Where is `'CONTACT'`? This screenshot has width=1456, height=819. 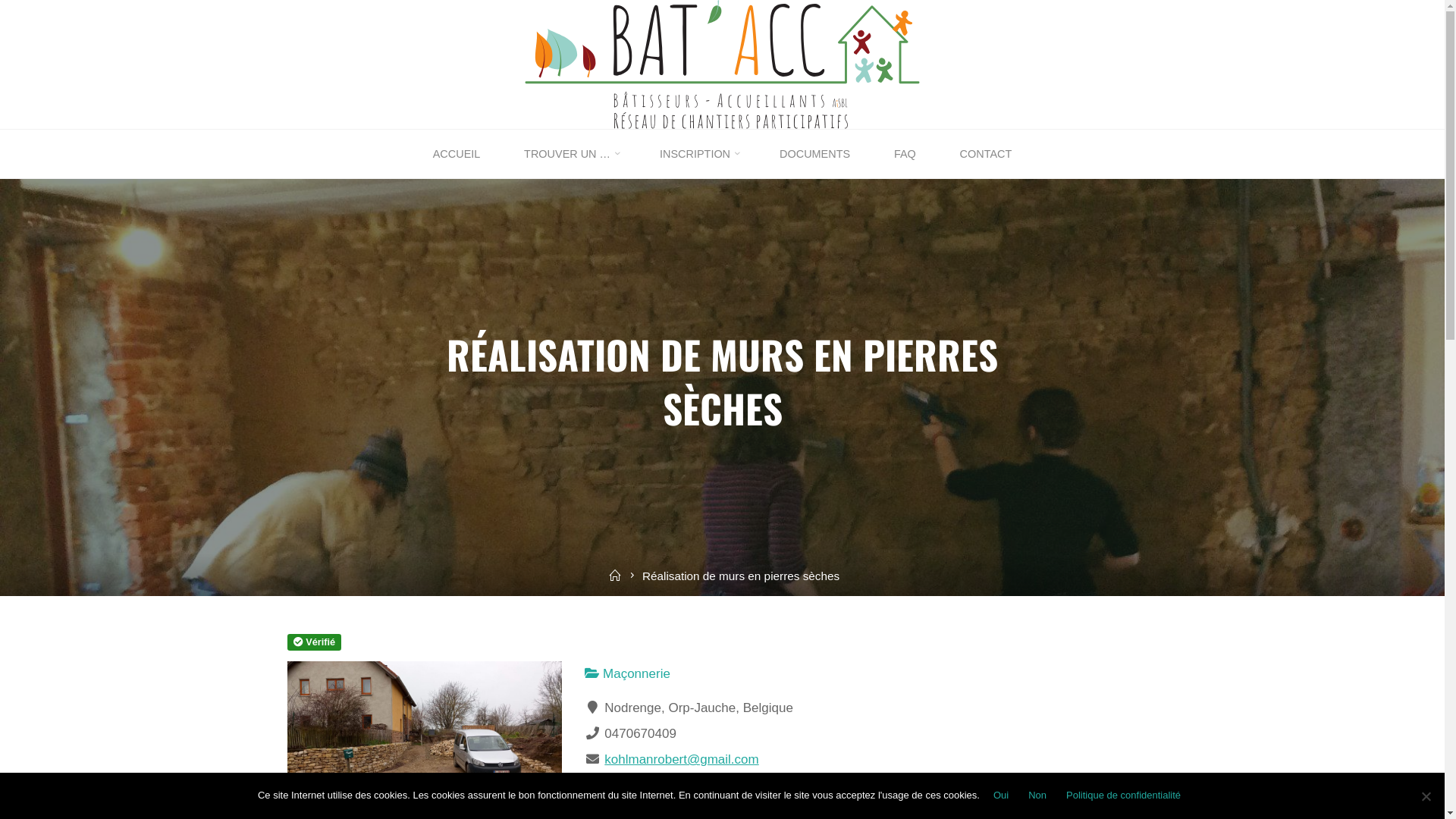 'CONTACT' is located at coordinates (986, 154).